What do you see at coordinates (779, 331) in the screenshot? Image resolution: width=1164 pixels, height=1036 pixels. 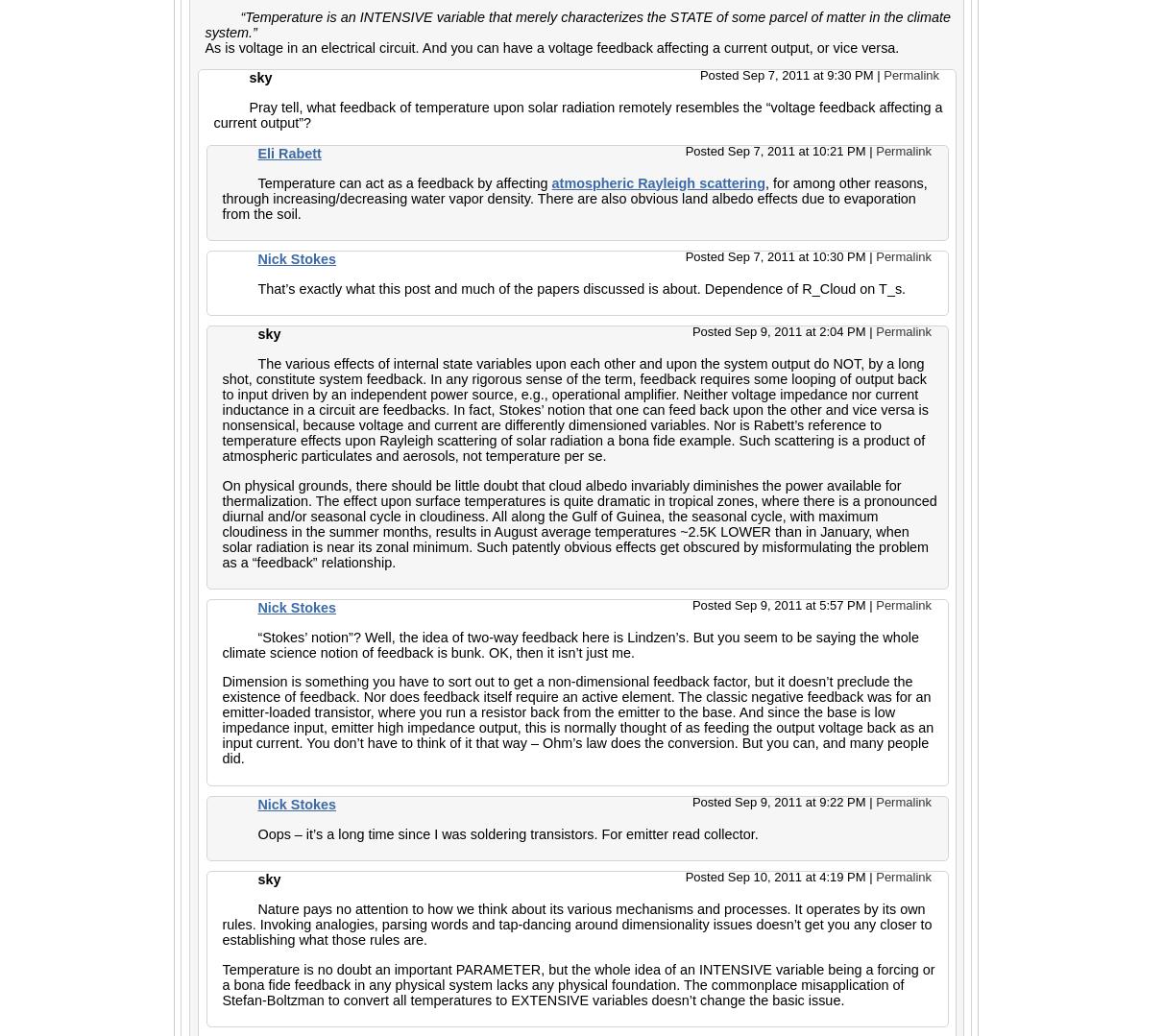 I see `'Posted Sep 9, 2011 at 2:04 PM'` at bounding box center [779, 331].